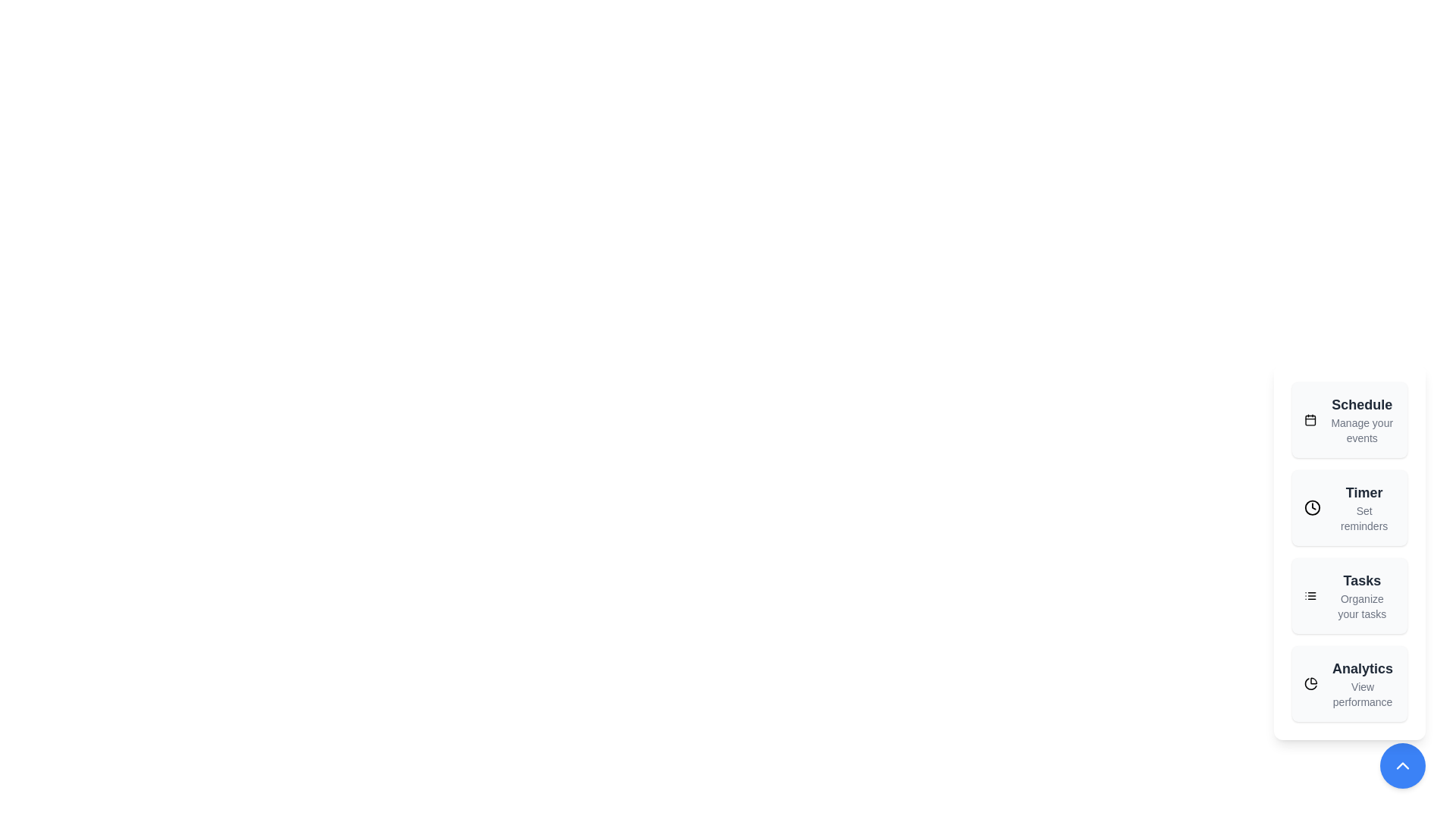 The image size is (1456, 819). What do you see at coordinates (1350, 420) in the screenshot?
I see `the action item Schedule to preview its details` at bounding box center [1350, 420].